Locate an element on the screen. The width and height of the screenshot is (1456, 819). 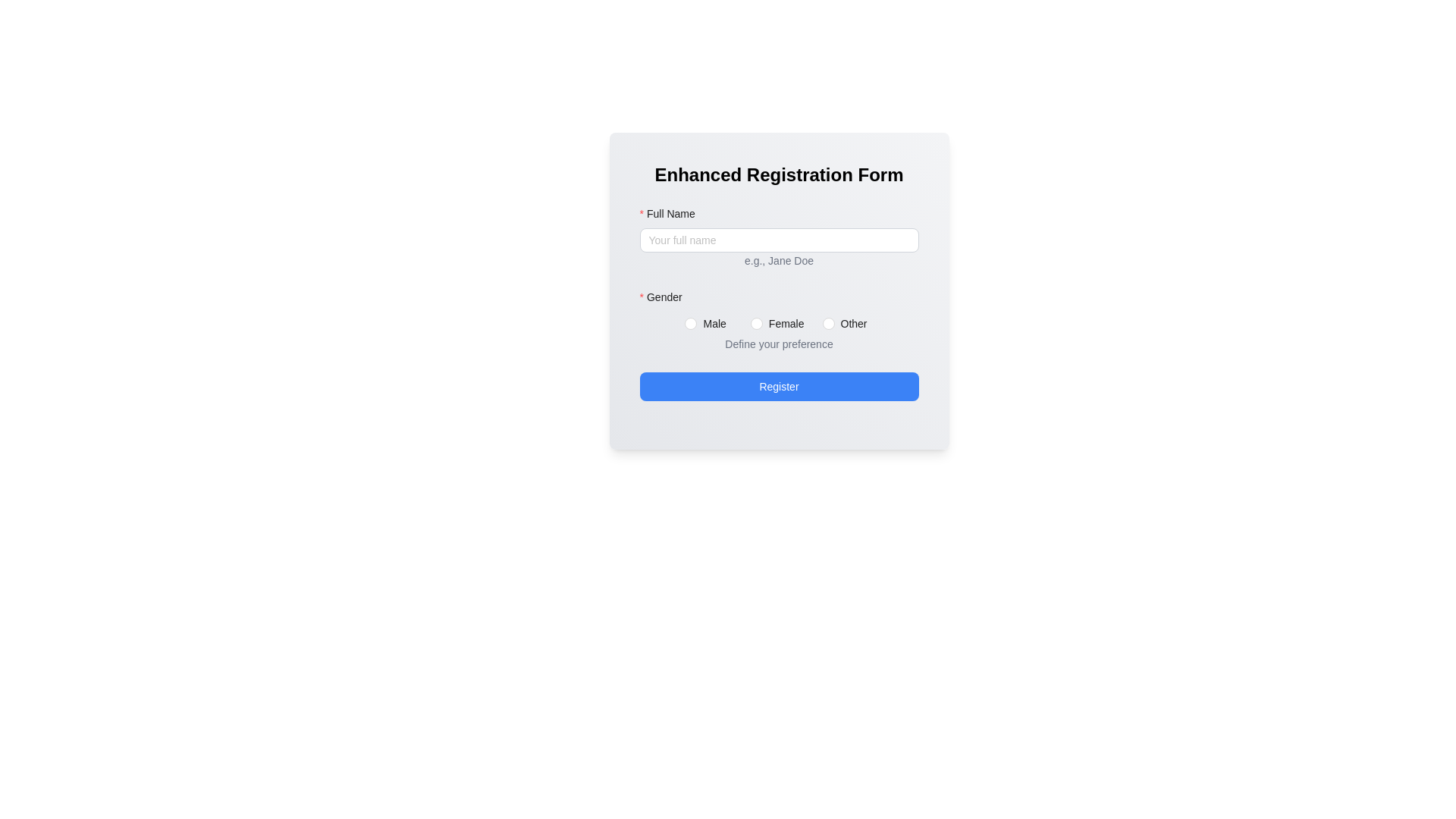
the unselected circular radio button for the 'Male' option in the 'Gender' section of the form is located at coordinates (690, 323).